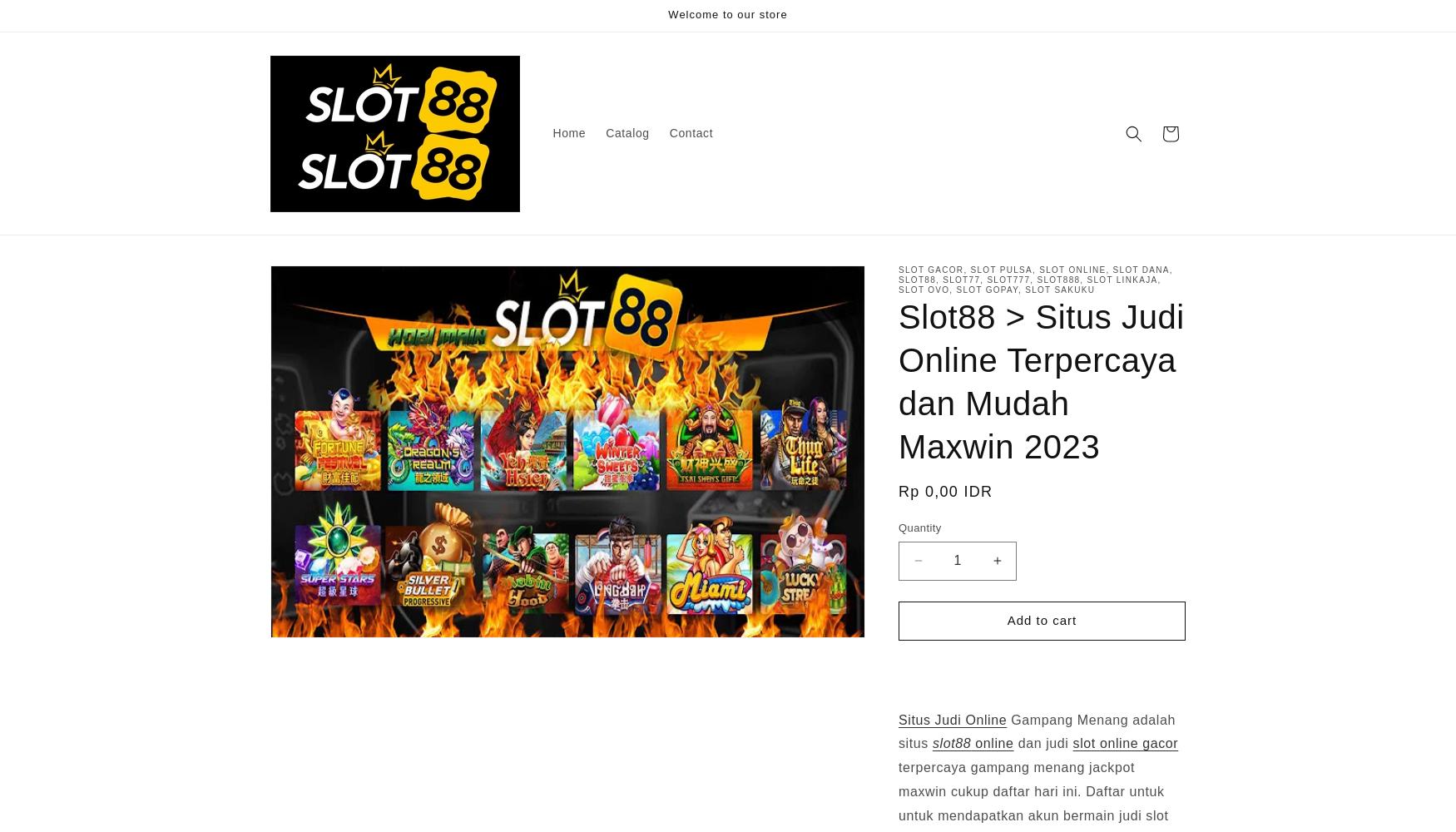  What do you see at coordinates (898, 279) in the screenshot?
I see `'slot gacor, slot pulsa, slot online, slot dana, slot88, slot77, slot777, slot888, slot linkaja, slot ovo, slot gopay, slot sakuku'` at bounding box center [898, 279].